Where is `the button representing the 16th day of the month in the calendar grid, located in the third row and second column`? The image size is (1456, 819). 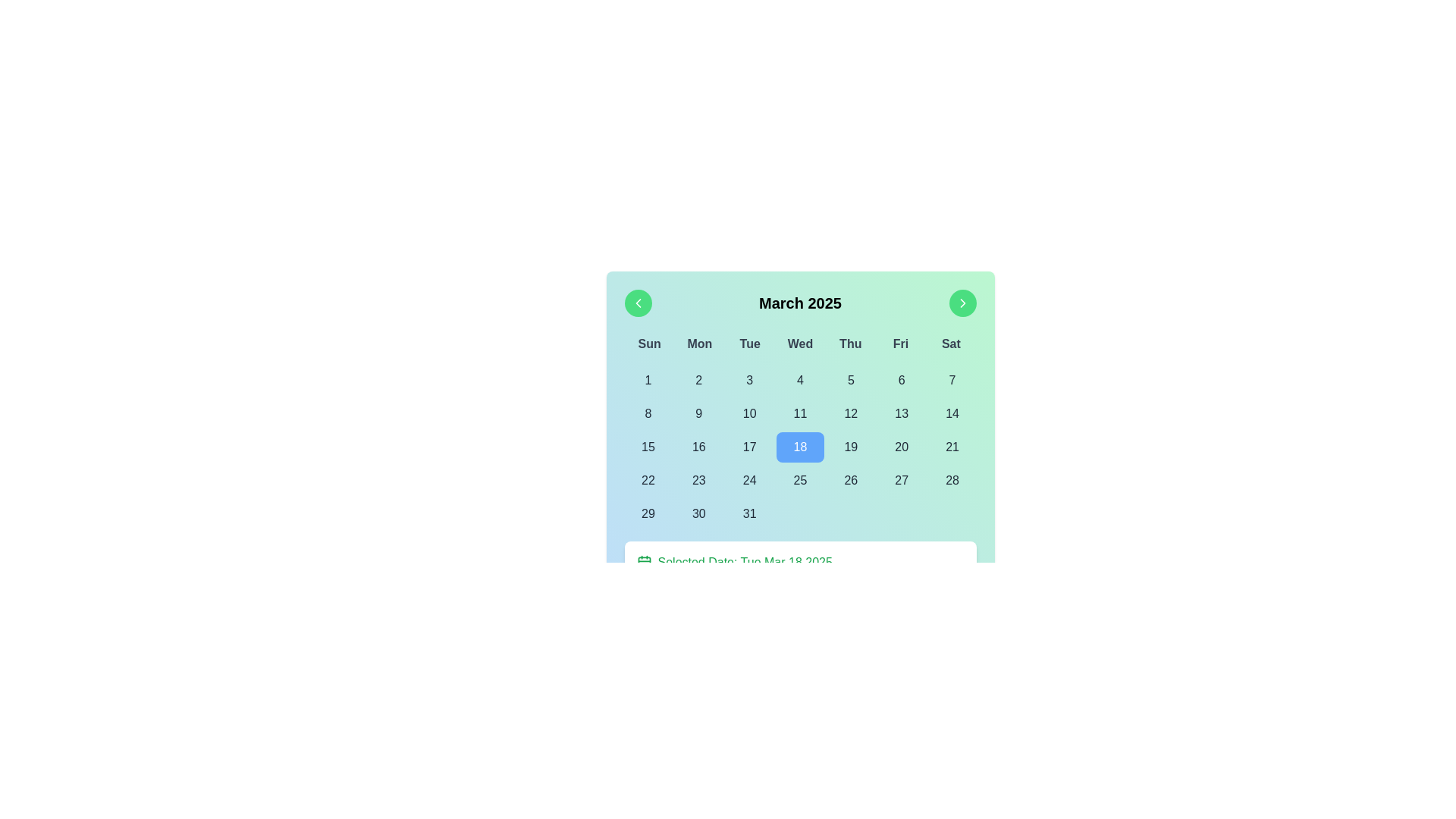
the button representing the 16th day of the month in the calendar grid, located in the third row and second column is located at coordinates (698, 447).